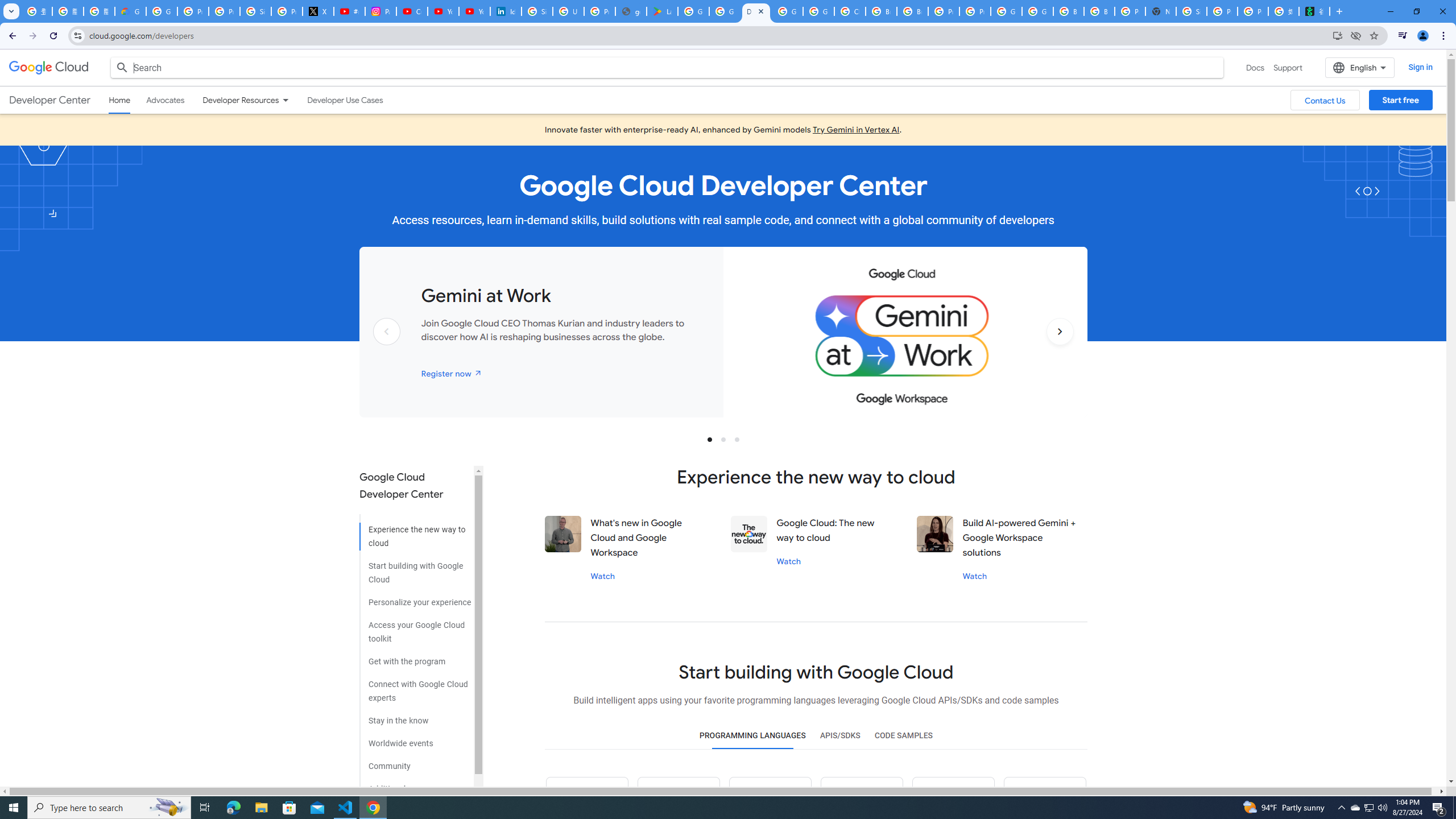 The image size is (1456, 819). What do you see at coordinates (1324, 100) in the screenshot?
I see `'Contact Us'` at bounding box center [1324, 100].